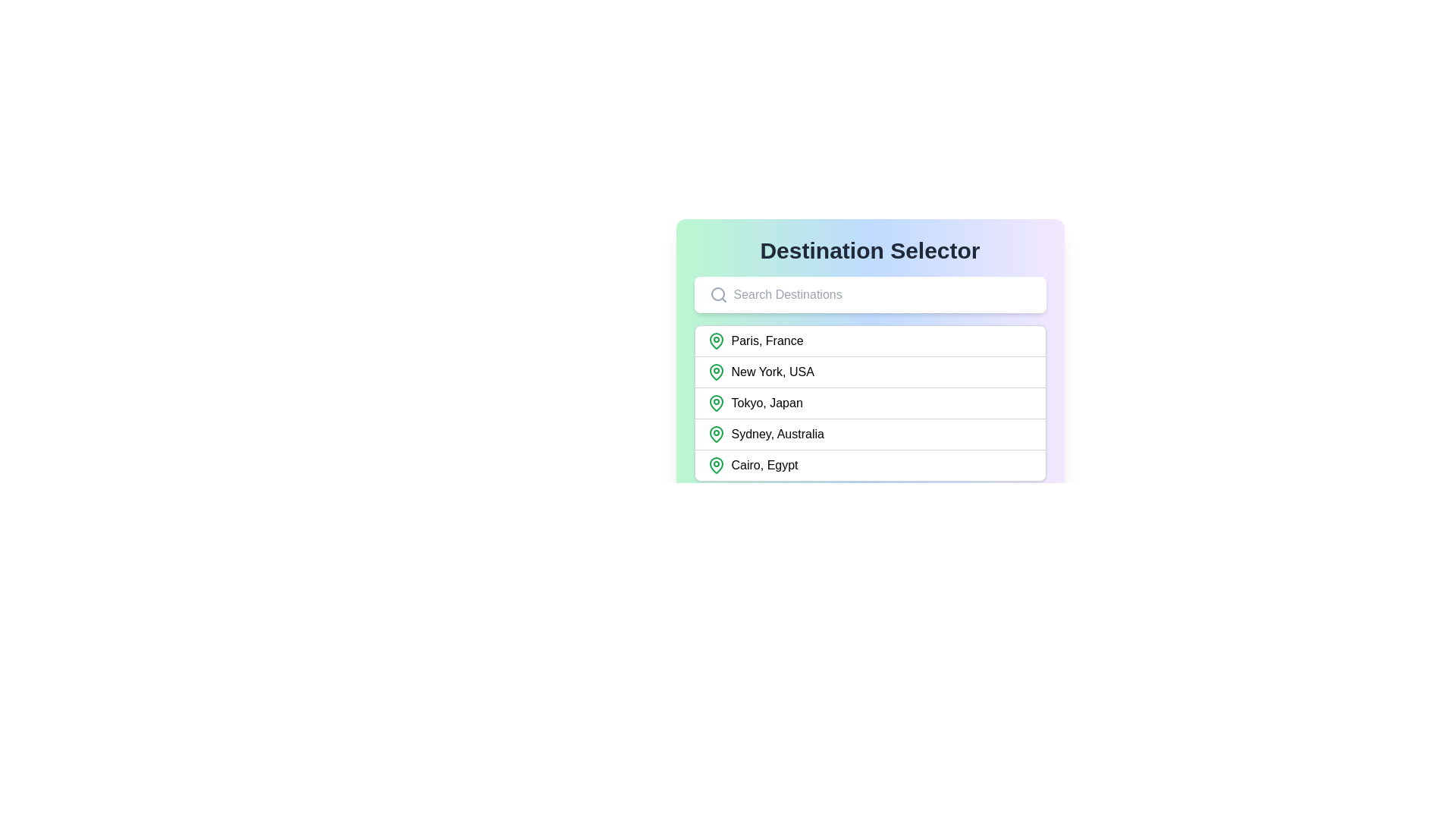  Describe the element at coordinates (870, 434) in the screenshot. I see `the interactive list item labeled 'Sydney, Australia'` at that location.